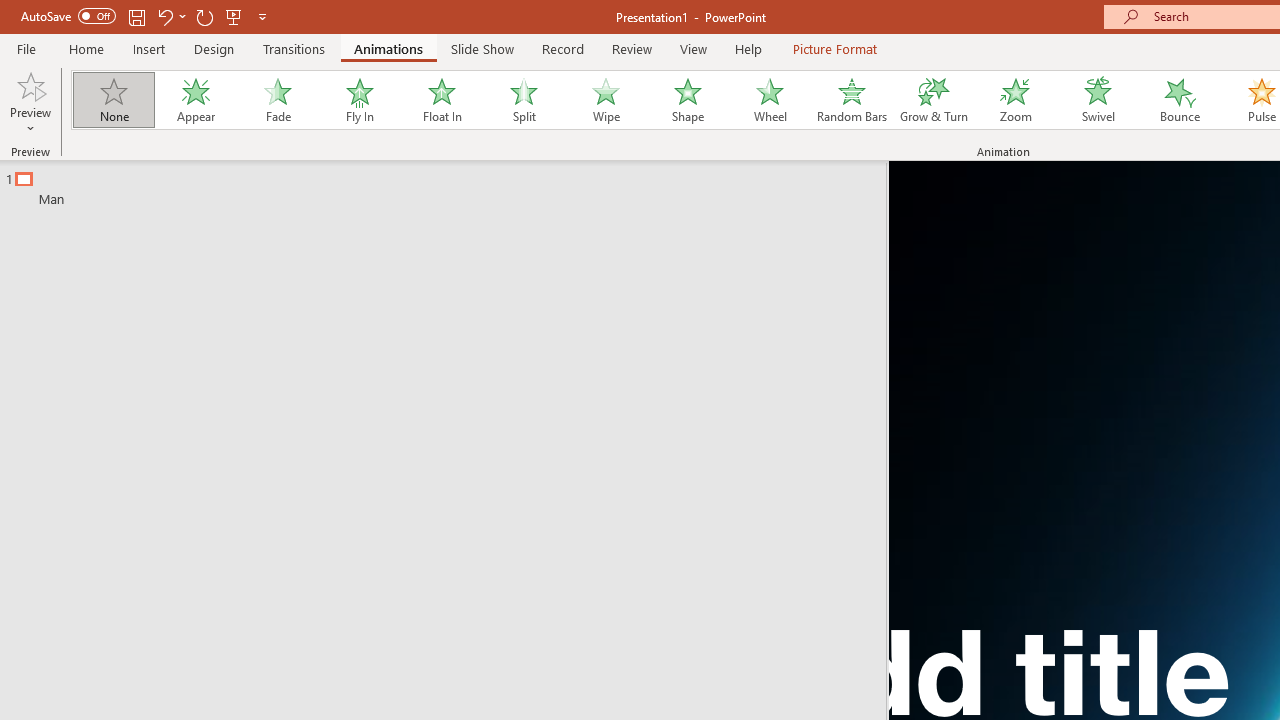  What do you see at coordinates (769, 100) in the screenshot?
I see `'Wheel'` at bounding box center [769, 100].